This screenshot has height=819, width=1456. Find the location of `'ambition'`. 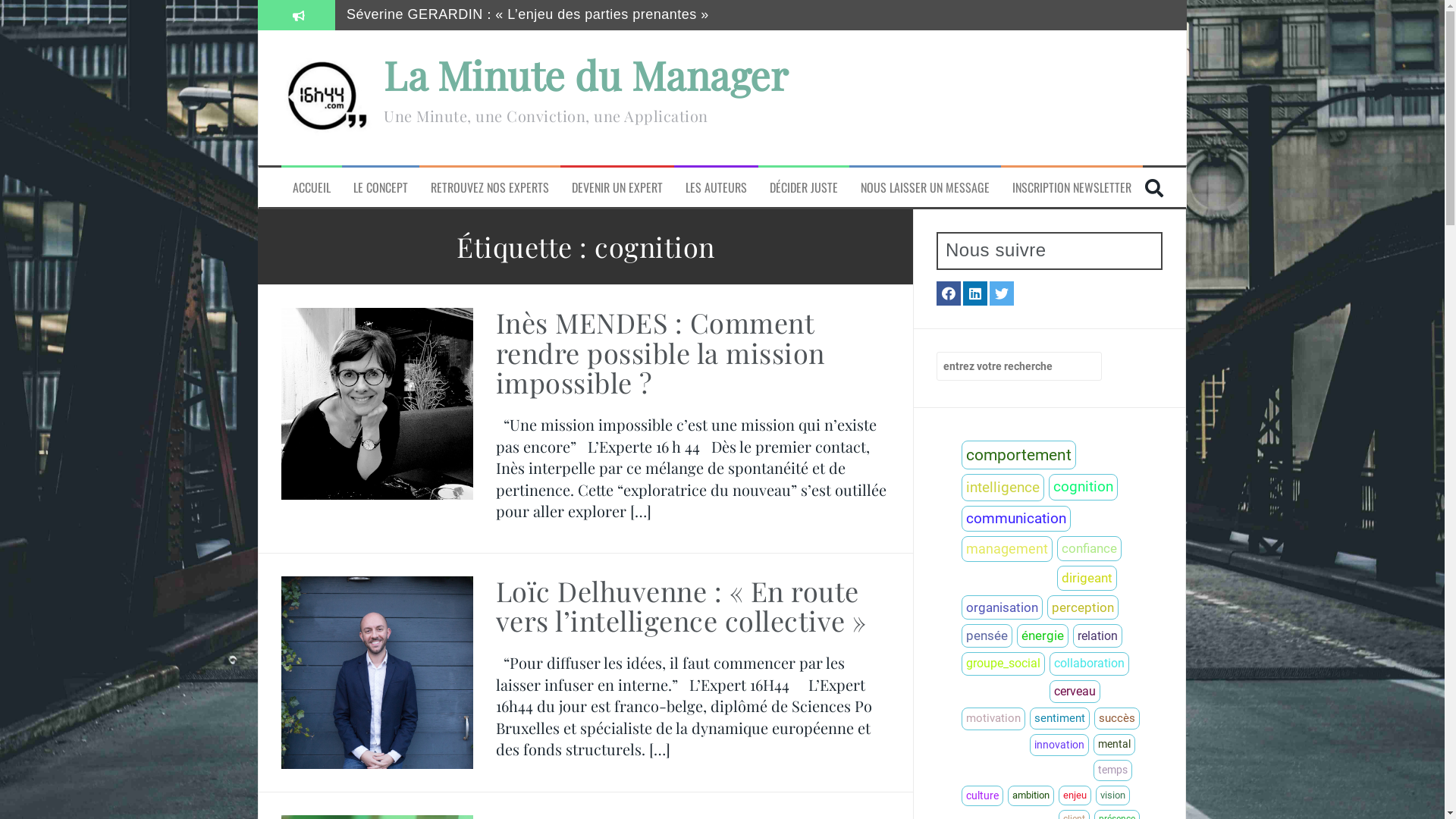

'ambition' is located at coordinates (1031, 795).